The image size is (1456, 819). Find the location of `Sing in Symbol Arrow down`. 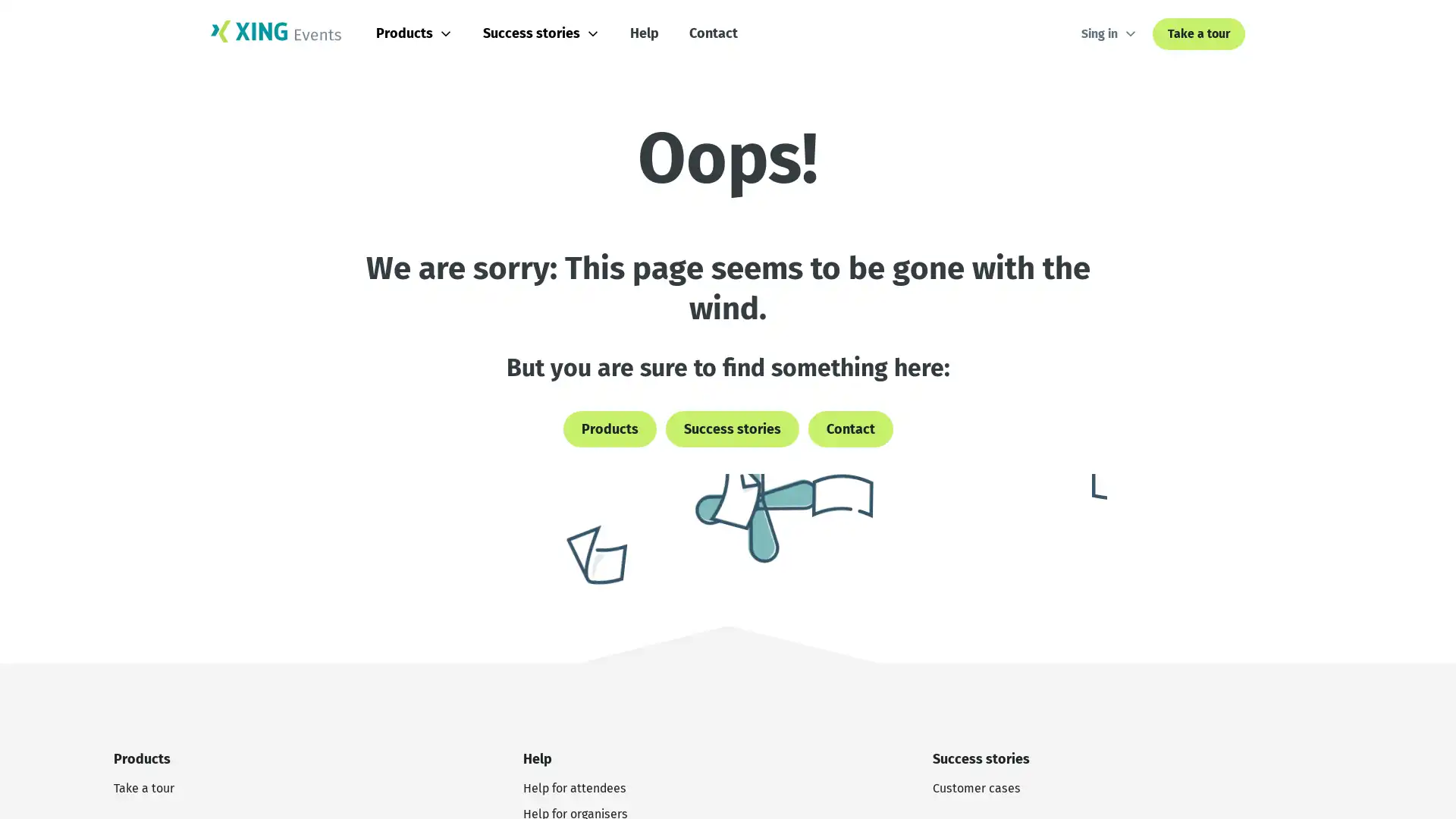

Sing in Symbol Arrow down is located at coordinates (1109, 34).